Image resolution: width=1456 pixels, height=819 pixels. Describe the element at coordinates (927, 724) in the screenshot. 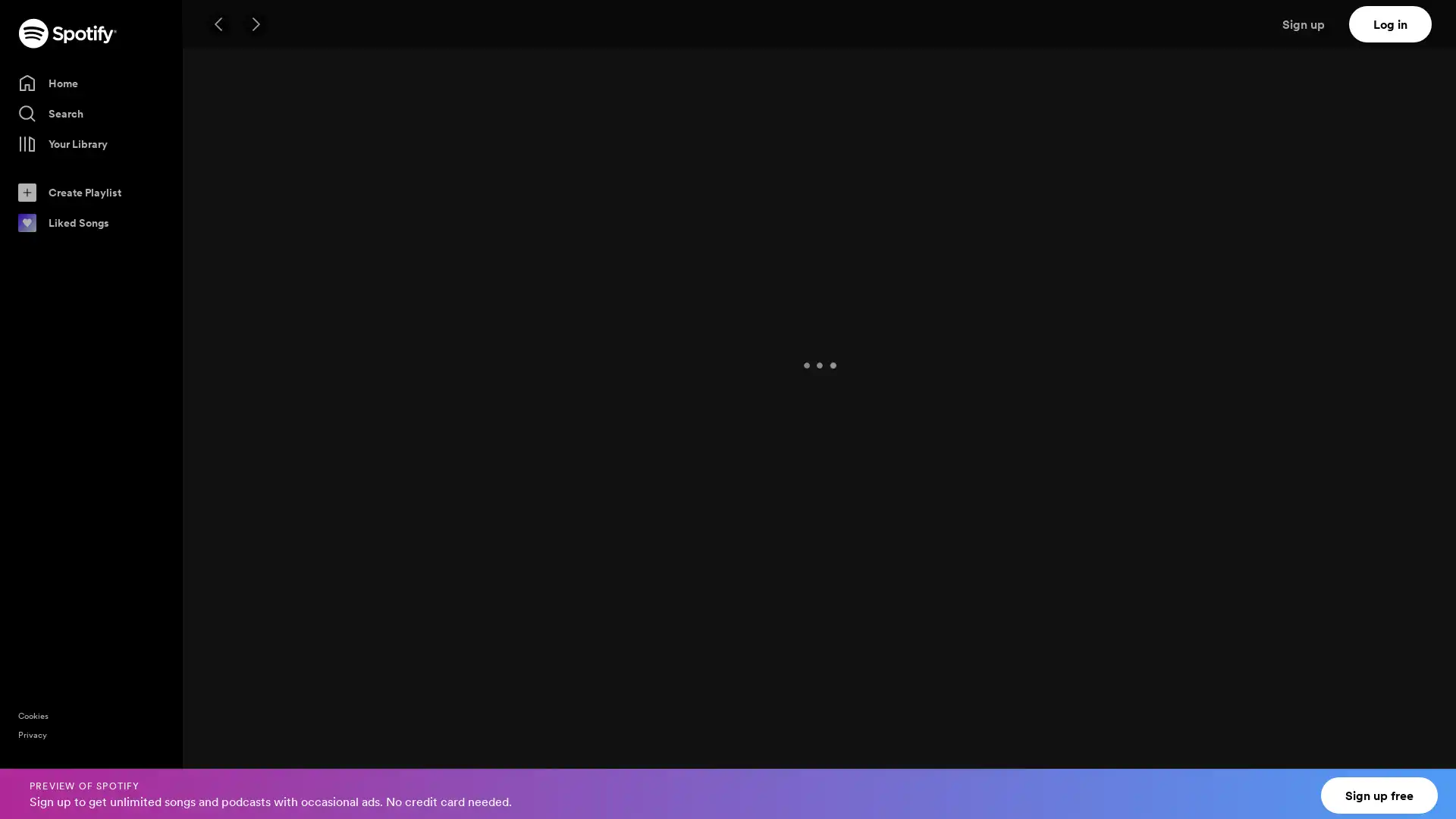

I see `Play Ahe Bane` at that location.